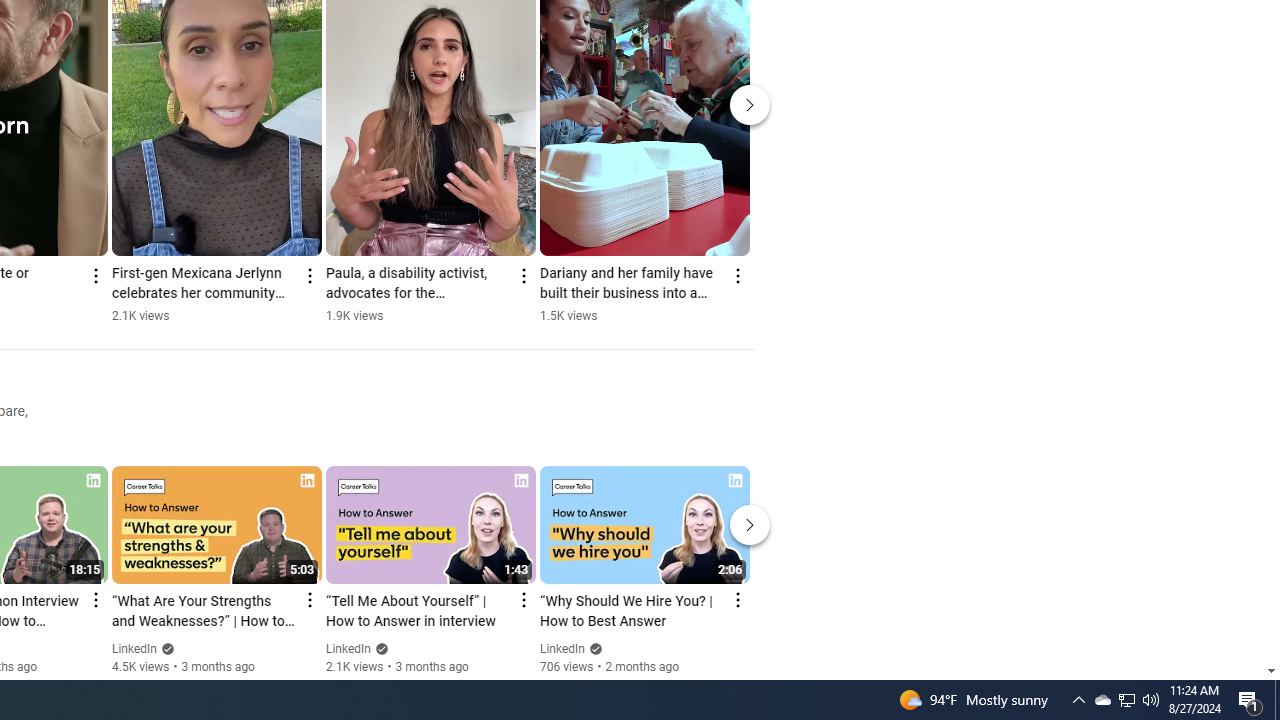 This screenshot has height=720, width=1280. Describe the element at coordinates (749, 524) in the screenshot. I see `'Next'` at that location.